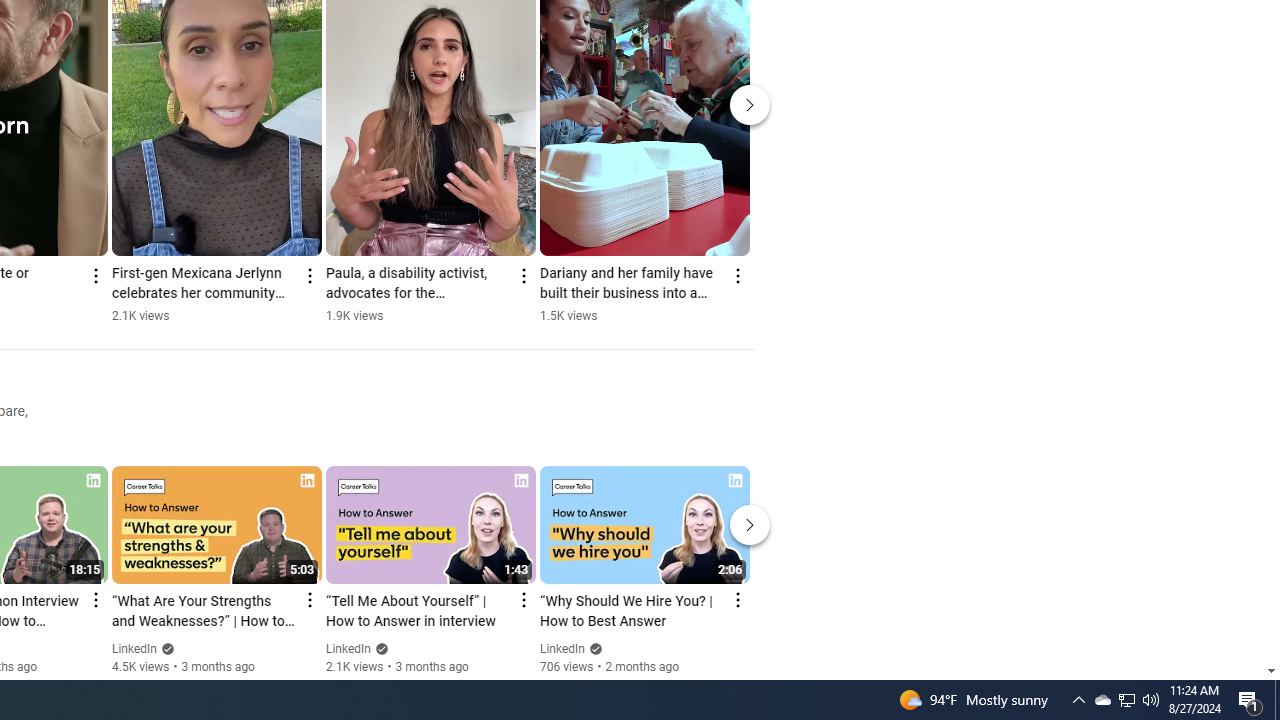 This screenshot has height=720, width=1280. Describe the element at coordinates (749, 524) in the screenshot. I see `'Next'` at that location.